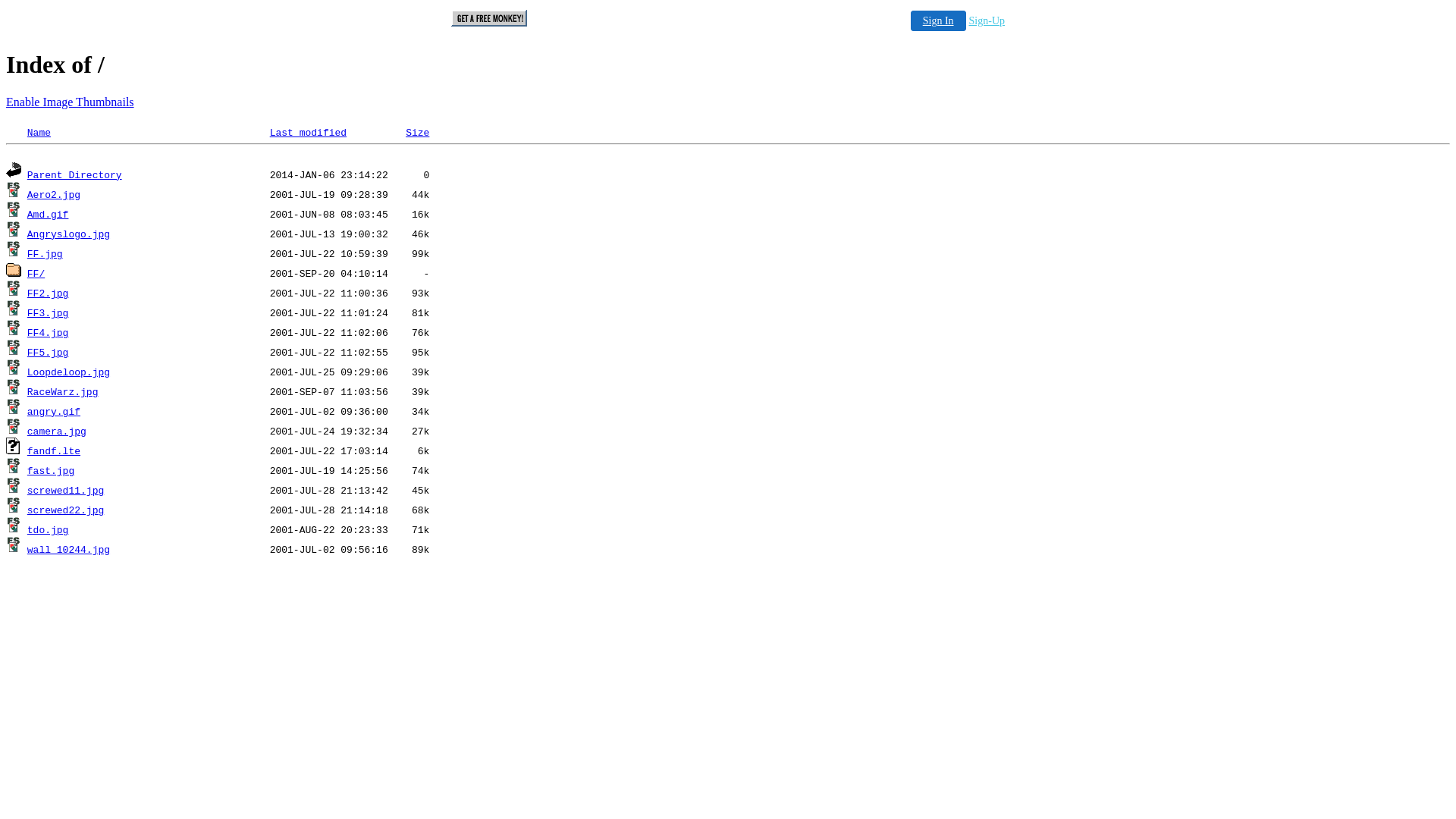 Image resolution: width=1456 pixels, height=819 pixels. I want to click on 'FF.jpg', so click(45, 253).